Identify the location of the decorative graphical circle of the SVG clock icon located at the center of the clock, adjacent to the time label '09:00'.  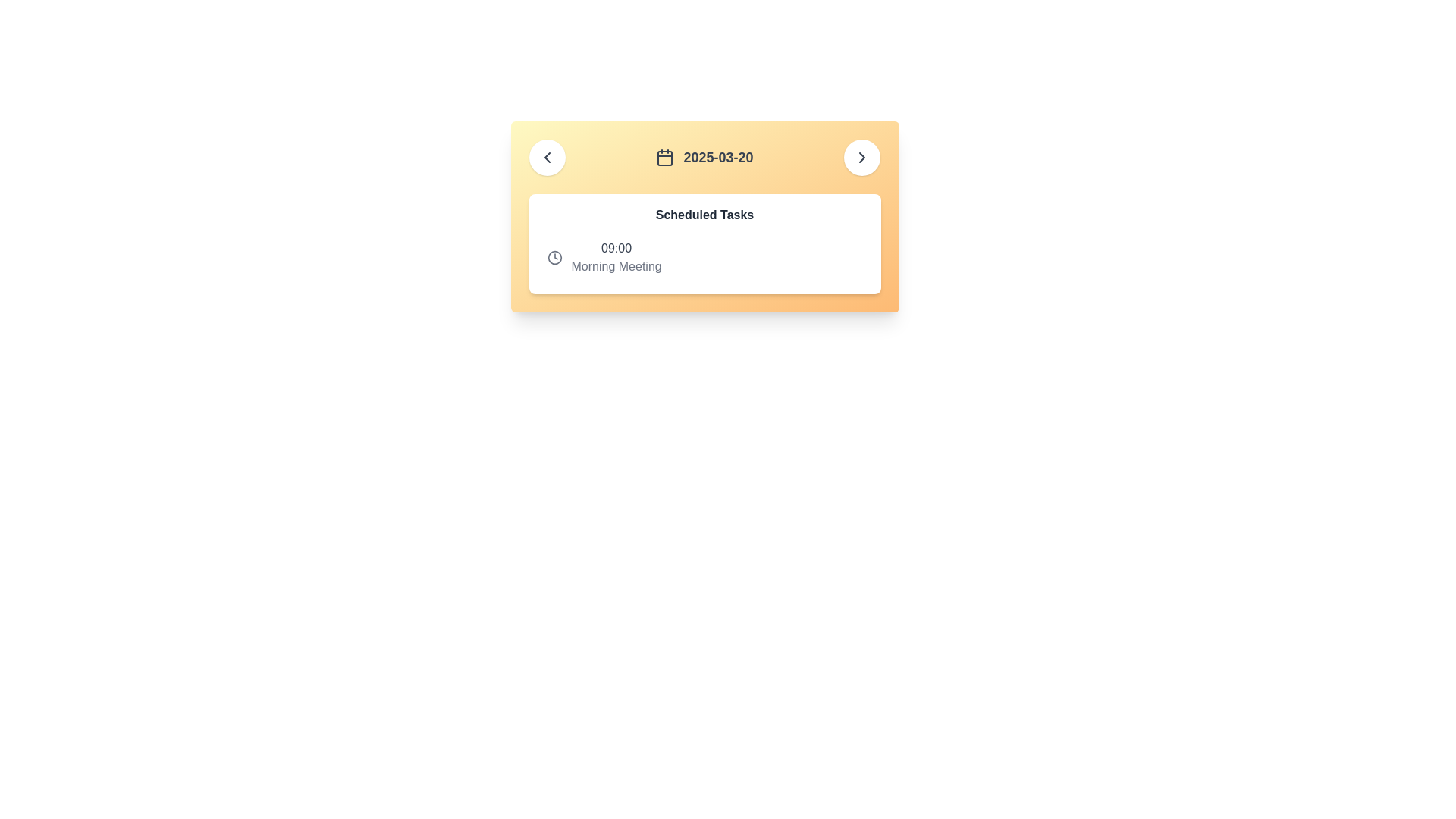
(554, 256).